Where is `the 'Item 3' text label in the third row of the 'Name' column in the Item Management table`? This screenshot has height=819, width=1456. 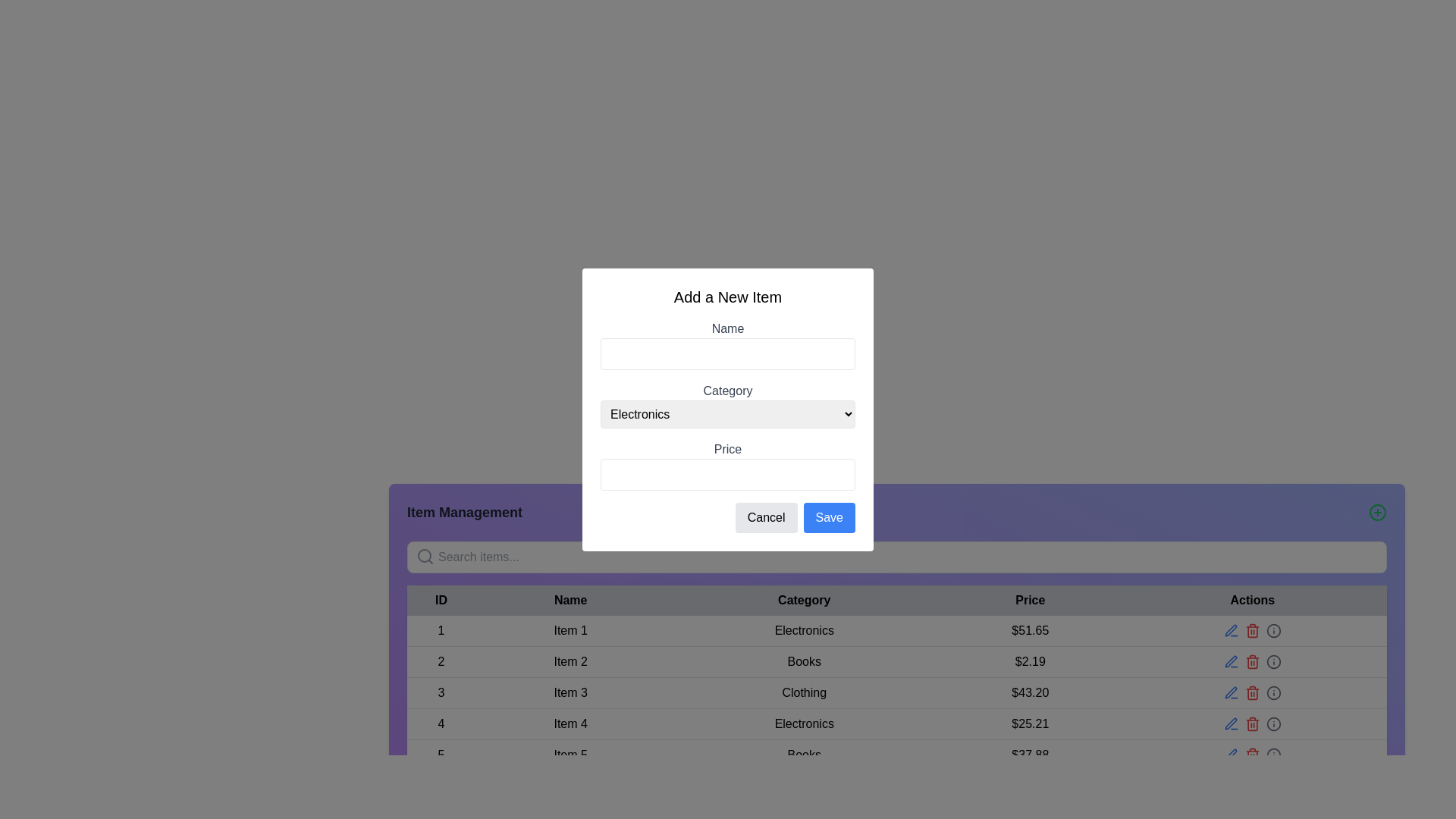
the 'Item 3' text label in the third row of the 'Name' column in the Item Management table is located at coordinates (570, 693).